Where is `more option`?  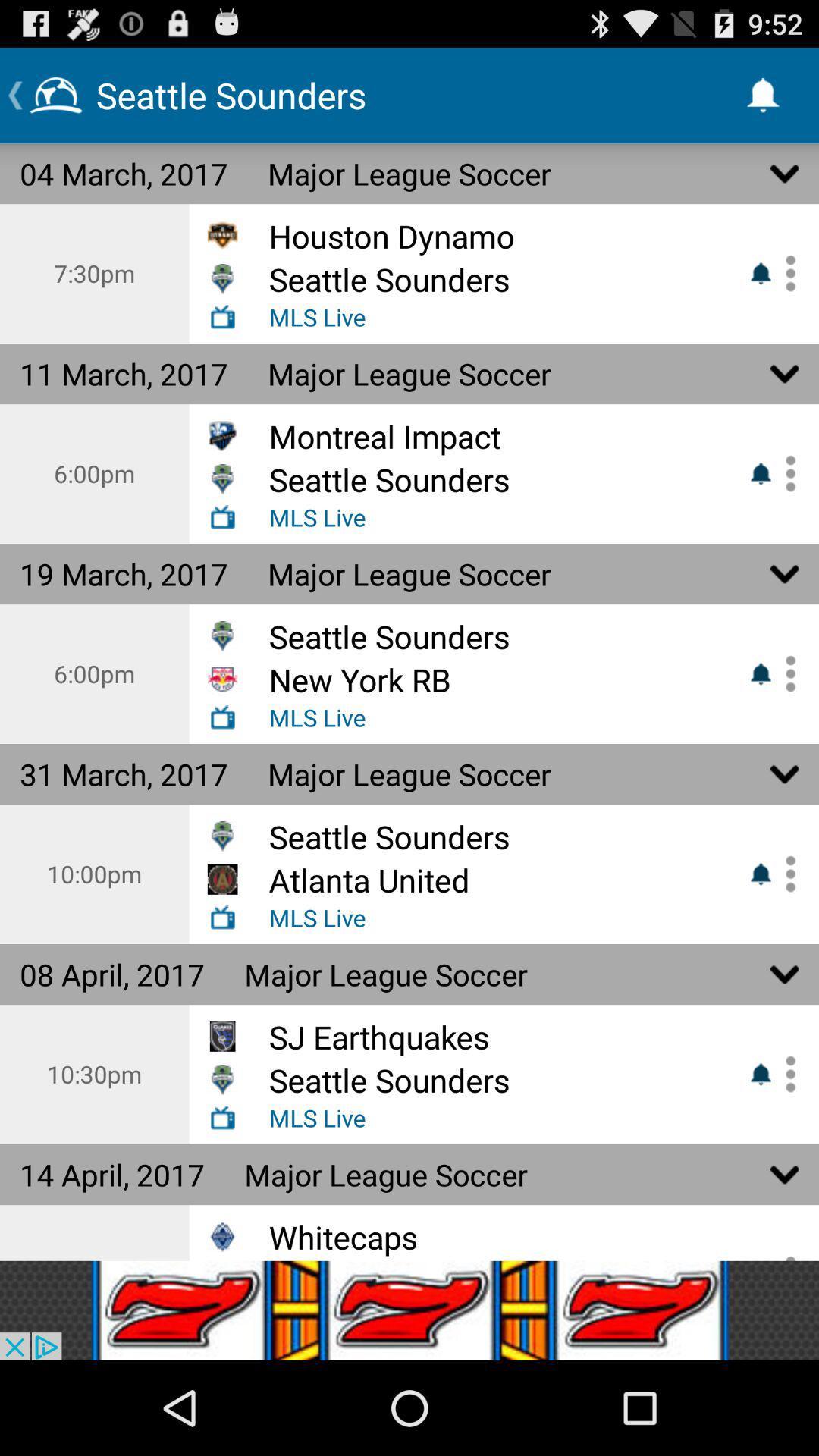 more option is located at coordinates (785, 1073).